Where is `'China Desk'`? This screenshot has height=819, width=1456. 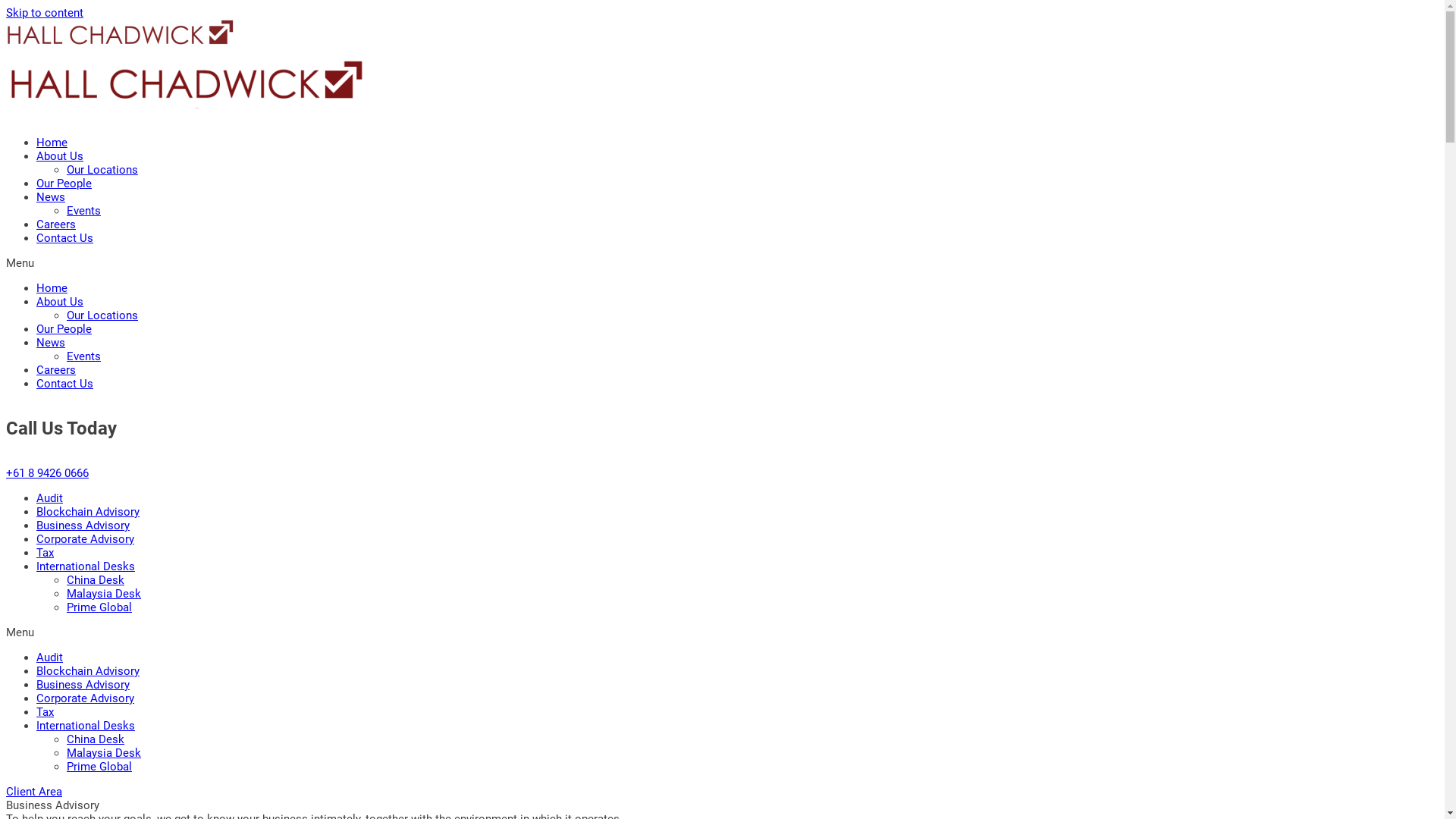
'China Desk' is located at coordinates (94, 739).